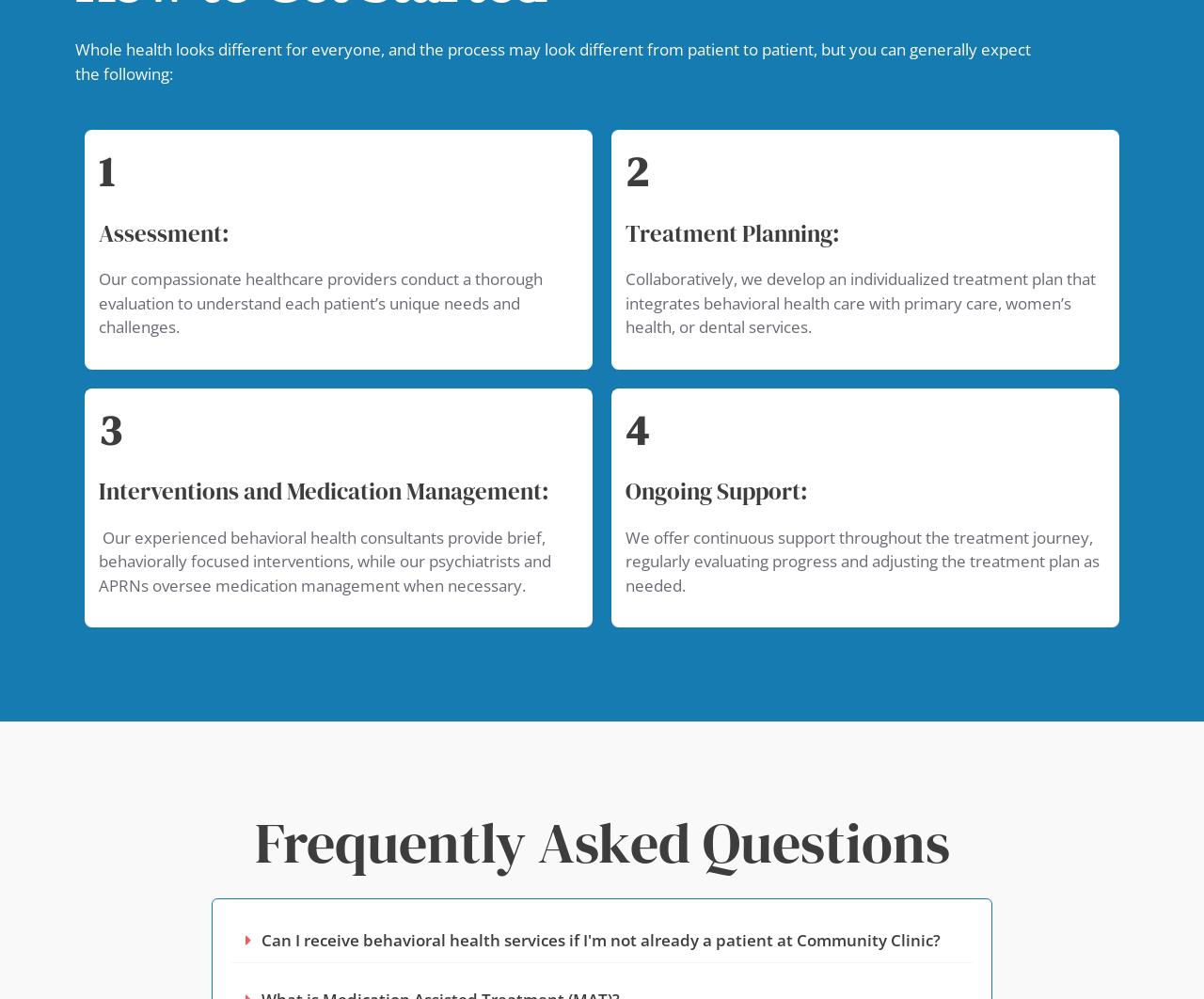 The image size is (1204, 999). What do you see at coordinates (715, 489) in the screenshot?
I see `'Ongoing Support:'` at bounding box center [715, 489].